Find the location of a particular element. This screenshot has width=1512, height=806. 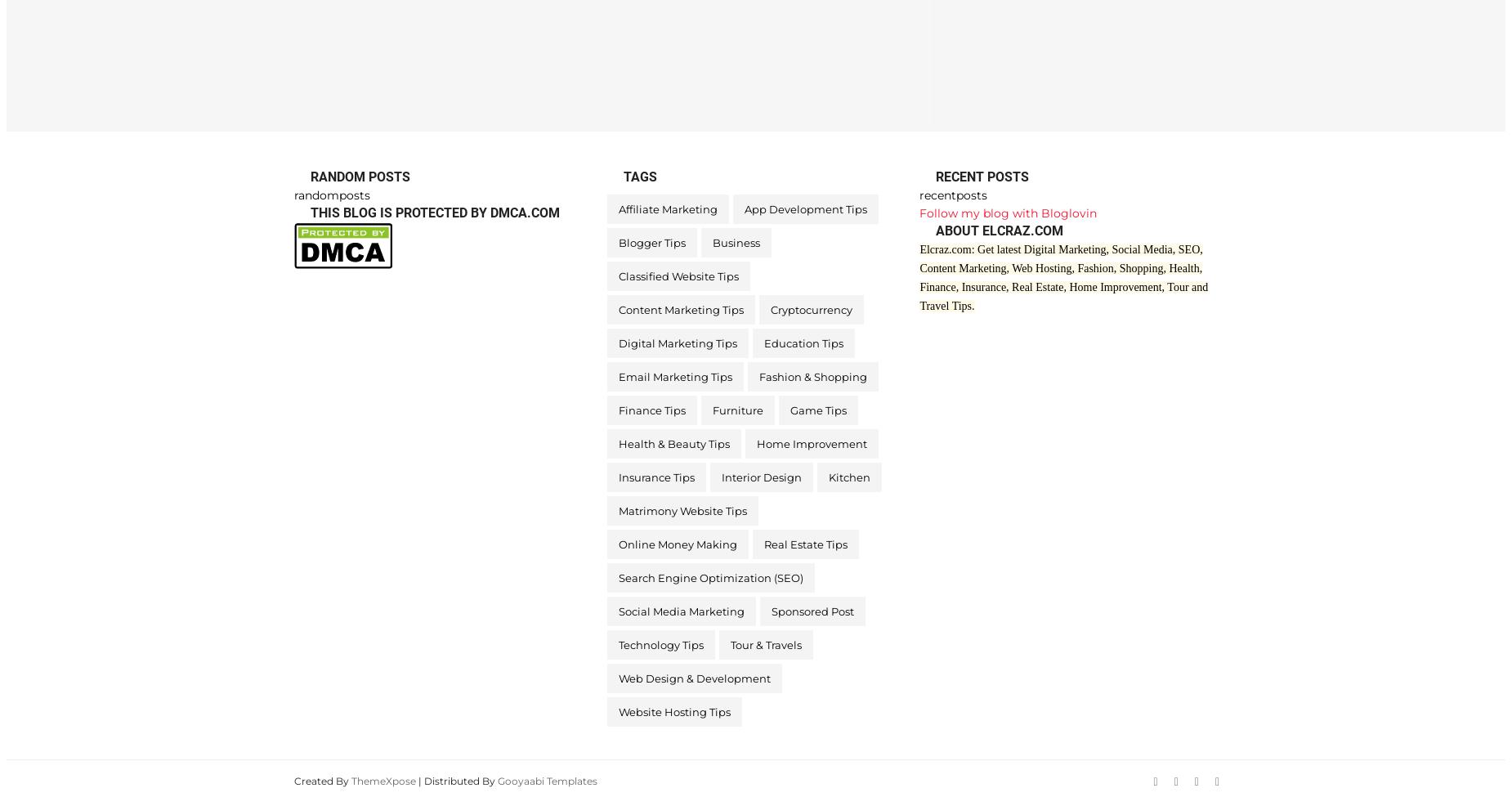

'Tags' is located at coordinates (623, 176).